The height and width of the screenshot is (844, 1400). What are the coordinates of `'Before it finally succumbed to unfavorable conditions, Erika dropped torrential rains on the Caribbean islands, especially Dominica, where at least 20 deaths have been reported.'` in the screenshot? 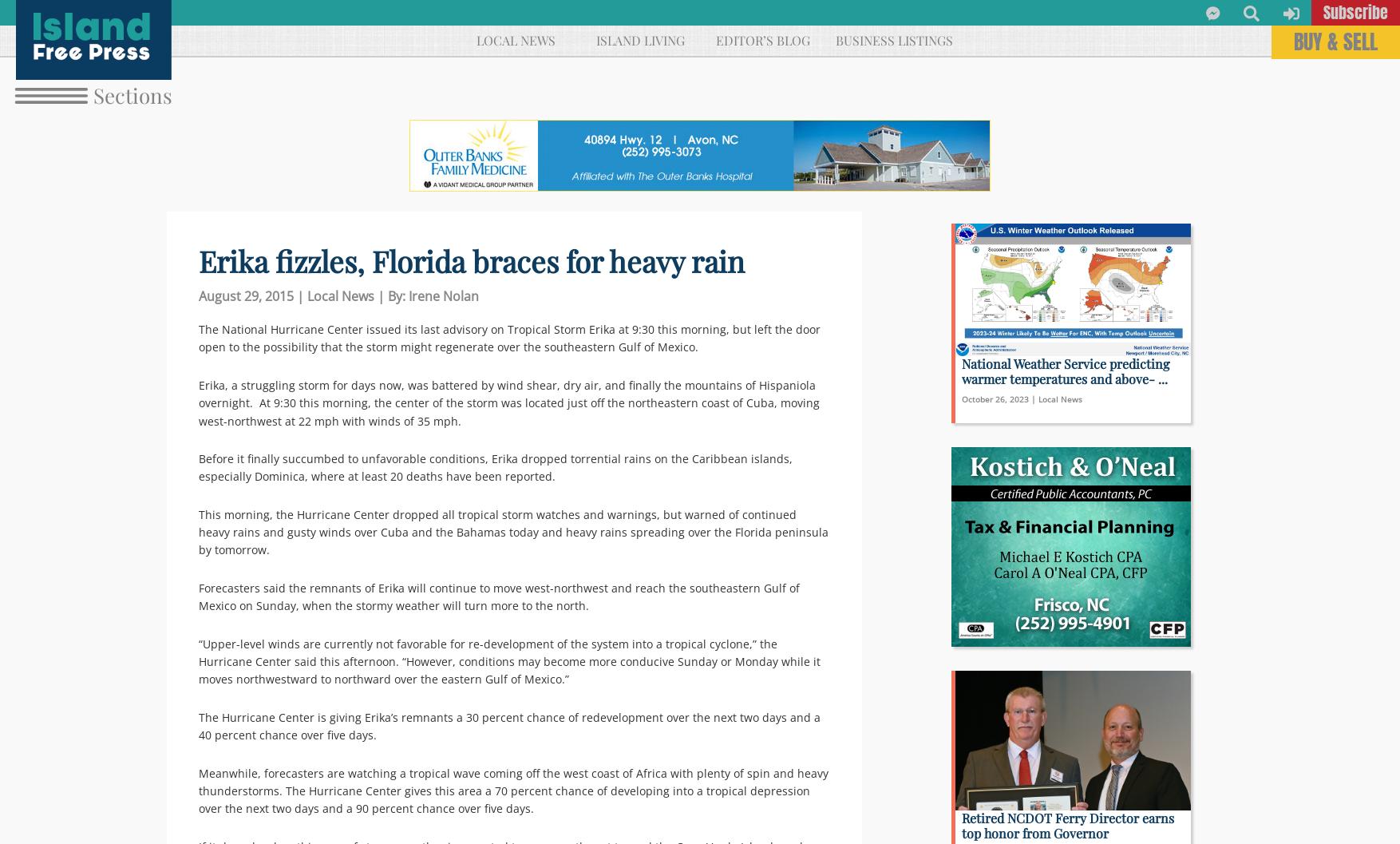 It's located at (494, 466).